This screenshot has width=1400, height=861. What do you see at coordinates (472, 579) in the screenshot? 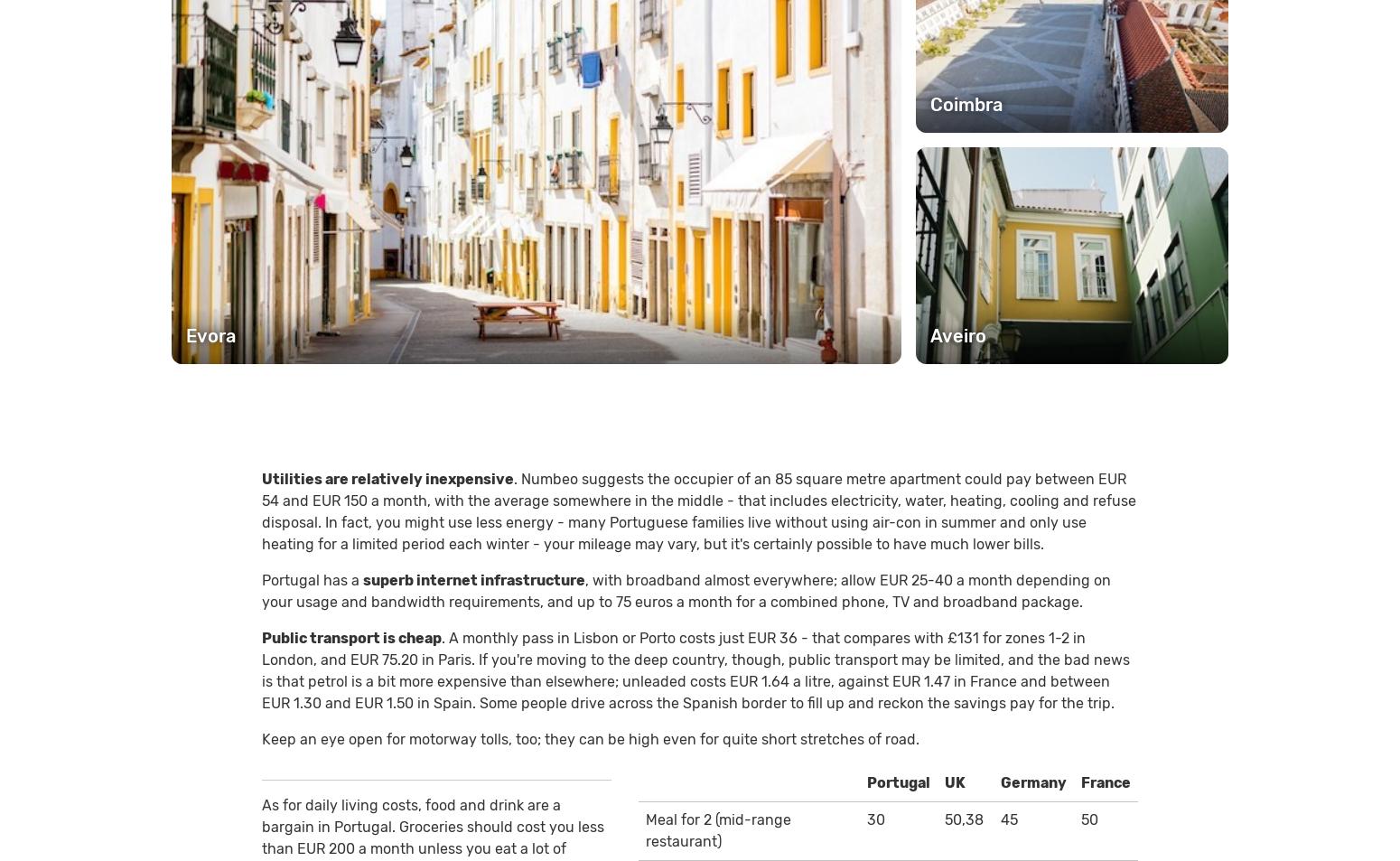
I see `'superb internet infrastructure'` at bounding box center [472, 579].